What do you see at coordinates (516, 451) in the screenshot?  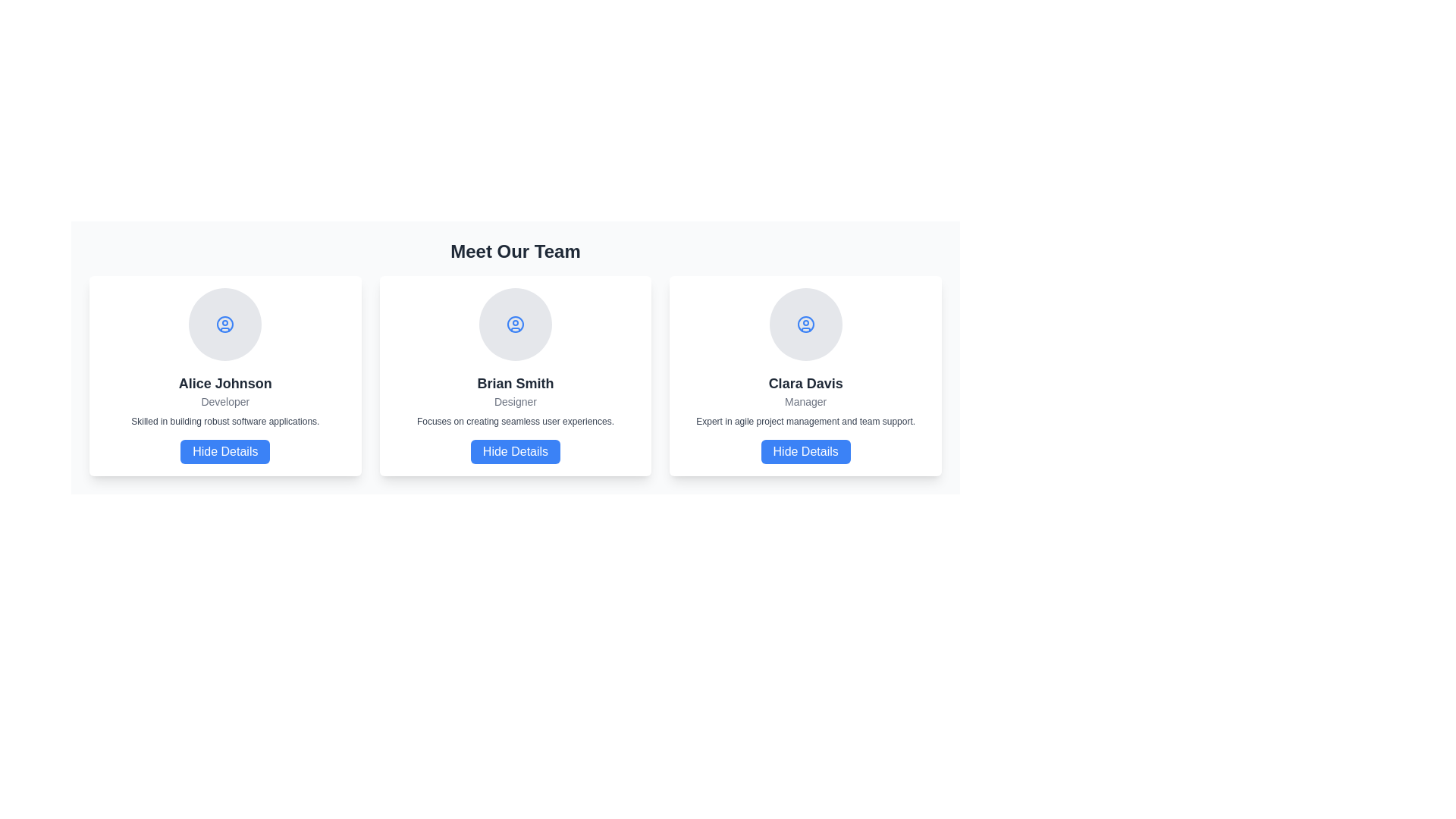 I see `the 'Hide Details' button, a rectangular button with rounded corners, blue background, and white text, located in the lower center of the card for 'Brian Smith'` at bounding box center [516, 451].